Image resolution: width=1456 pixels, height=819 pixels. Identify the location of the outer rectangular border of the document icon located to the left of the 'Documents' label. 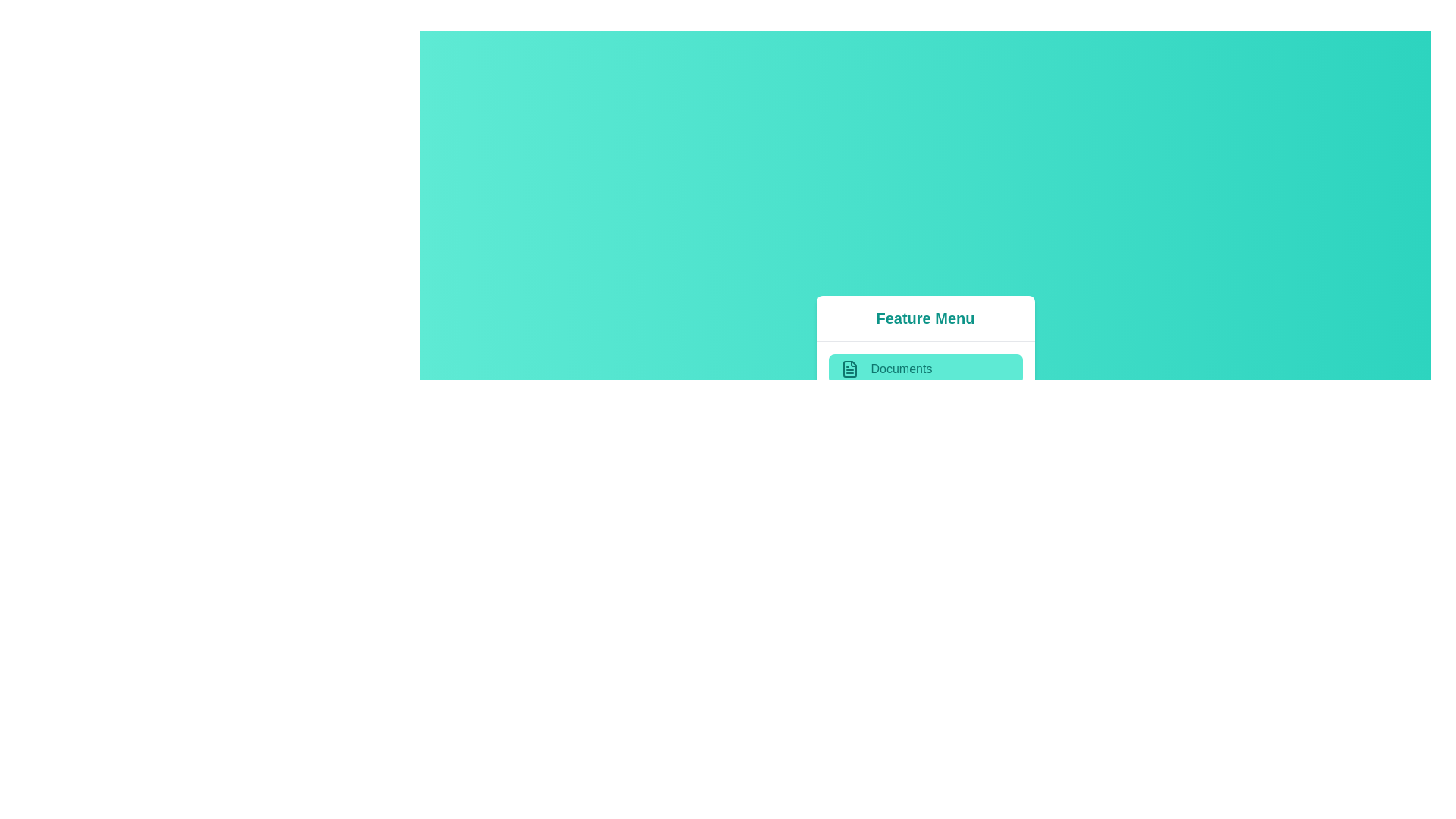
(849, 369).